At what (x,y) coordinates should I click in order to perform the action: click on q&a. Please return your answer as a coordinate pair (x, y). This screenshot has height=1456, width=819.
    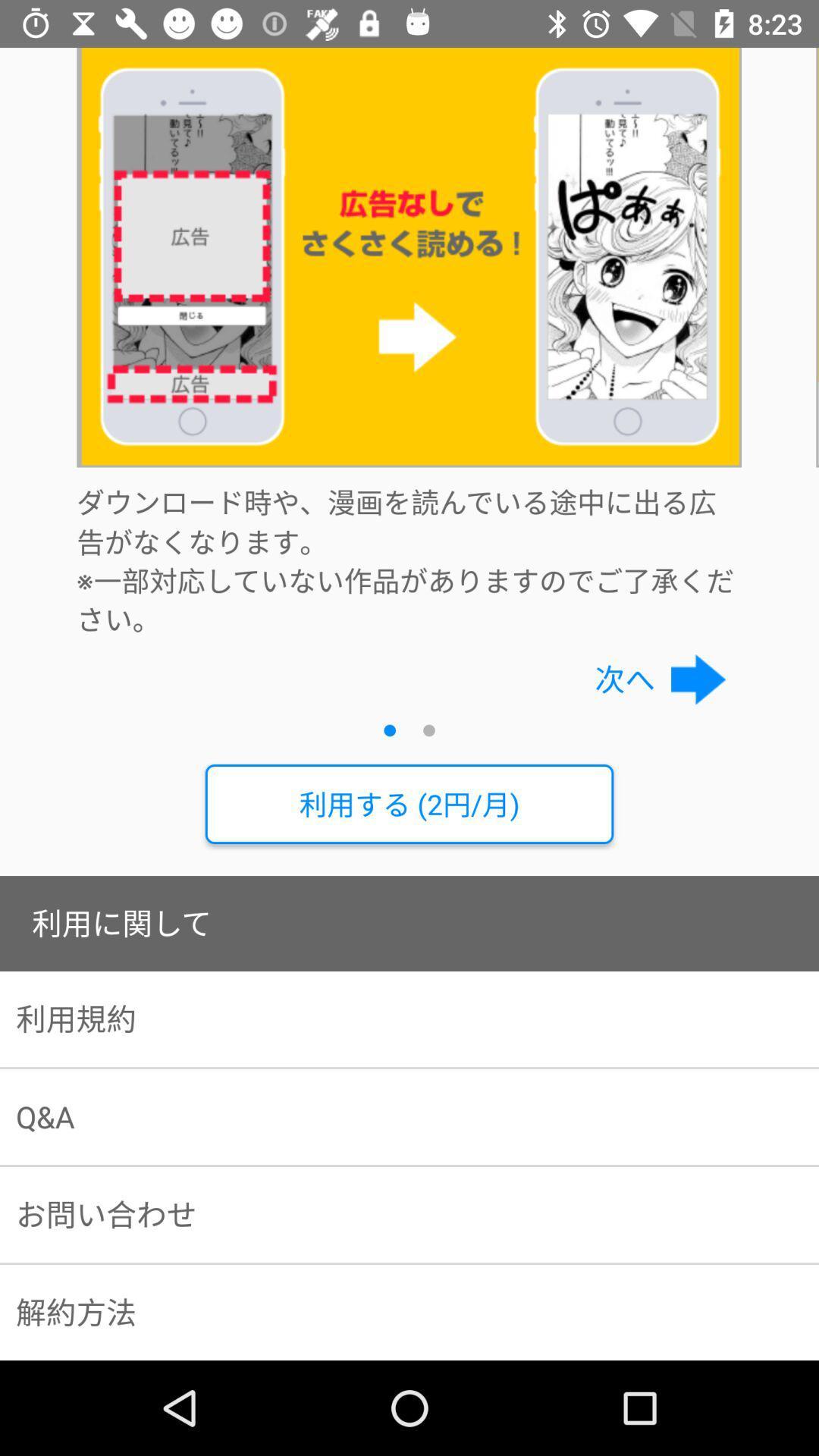
    Looking at the image, I should click on (409, 1117).